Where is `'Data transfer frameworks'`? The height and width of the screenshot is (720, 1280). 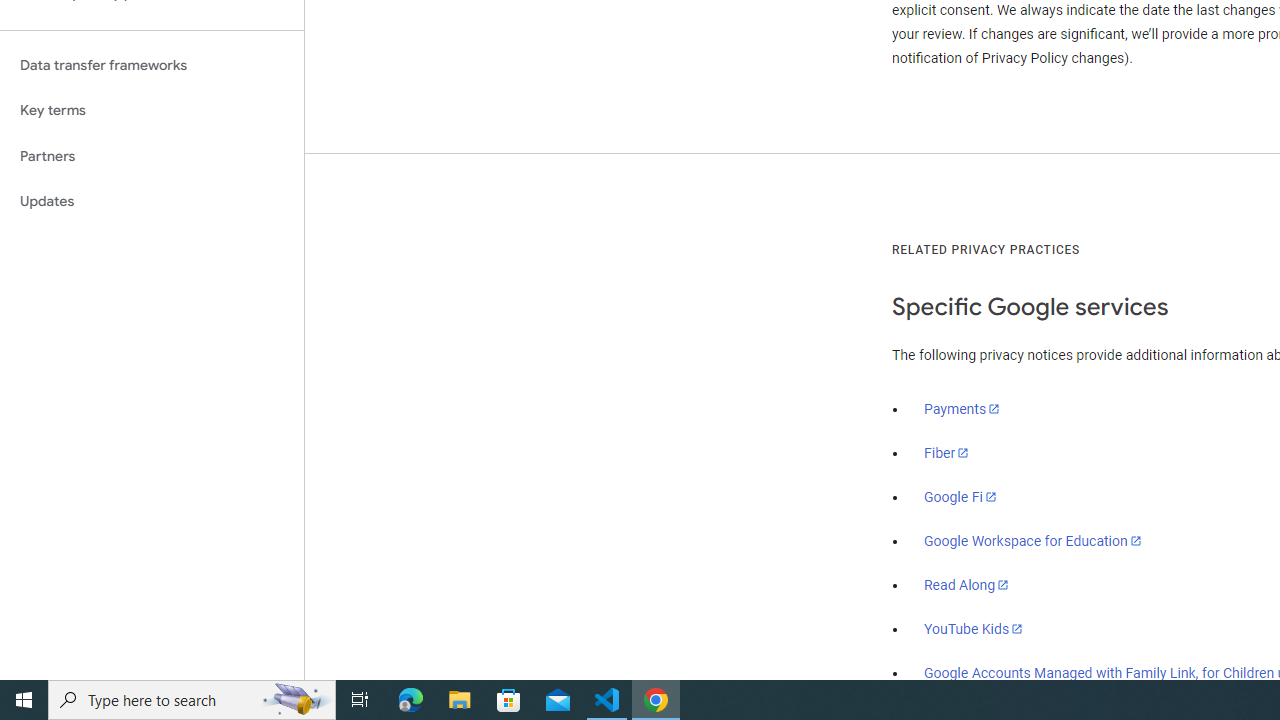 'Data transfer frameworks' is located at coordinates (151, 64).